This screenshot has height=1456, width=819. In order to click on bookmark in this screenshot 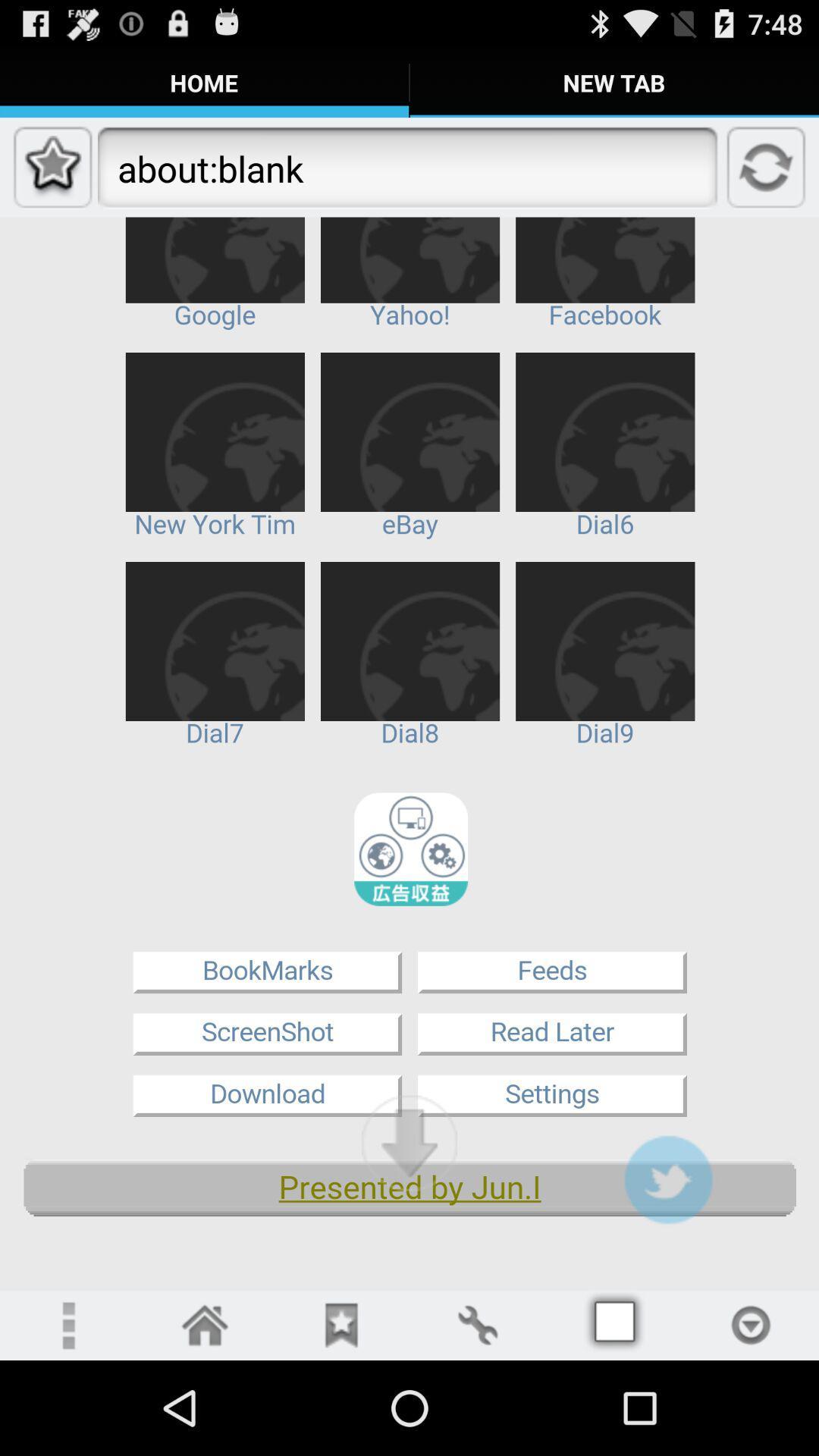, I will do `click(341, 1324)`.